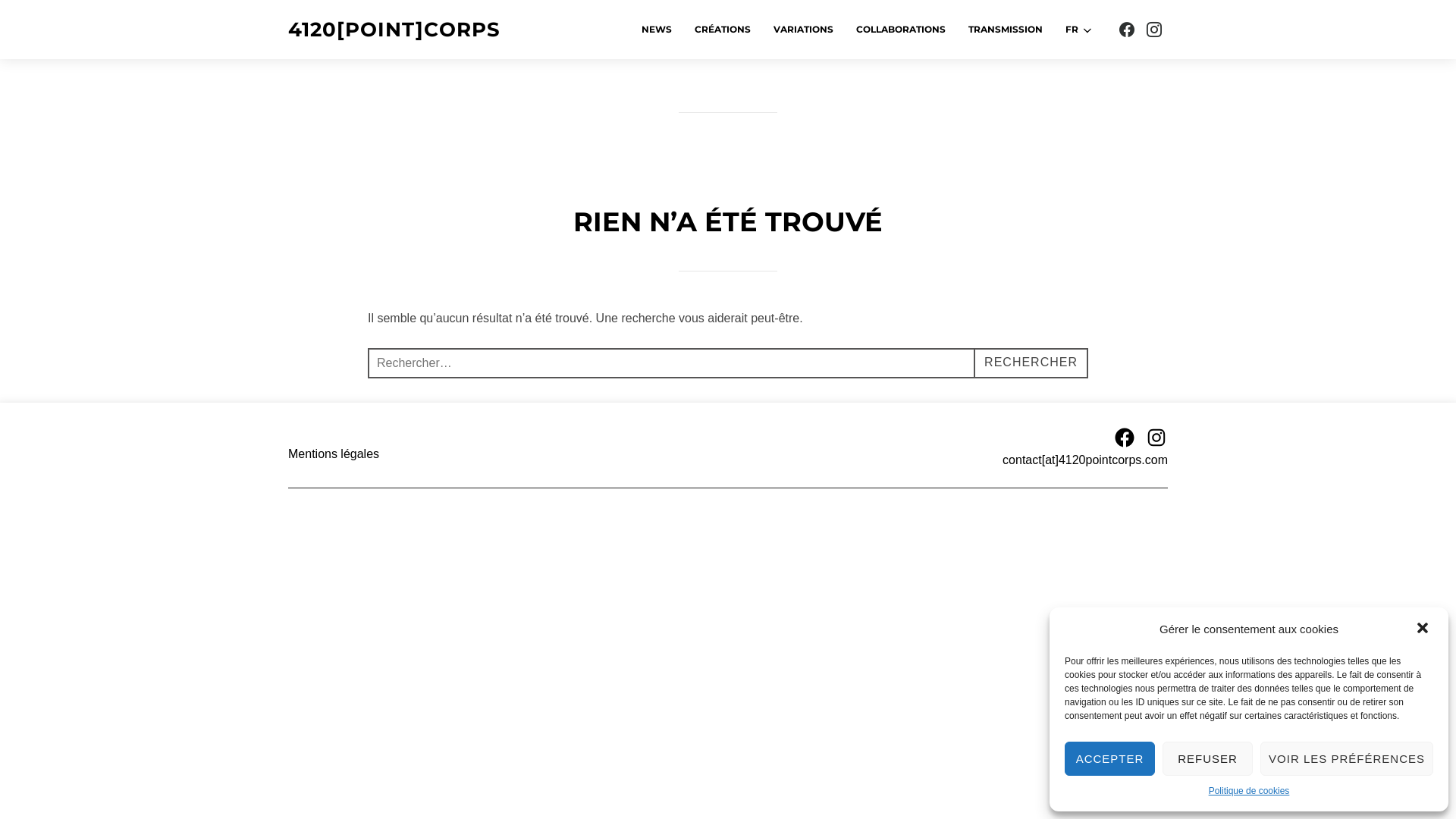 The width and height of the screenshot is (1456, 819). I want to click on 'VARIATIONS', so click(802, 30).